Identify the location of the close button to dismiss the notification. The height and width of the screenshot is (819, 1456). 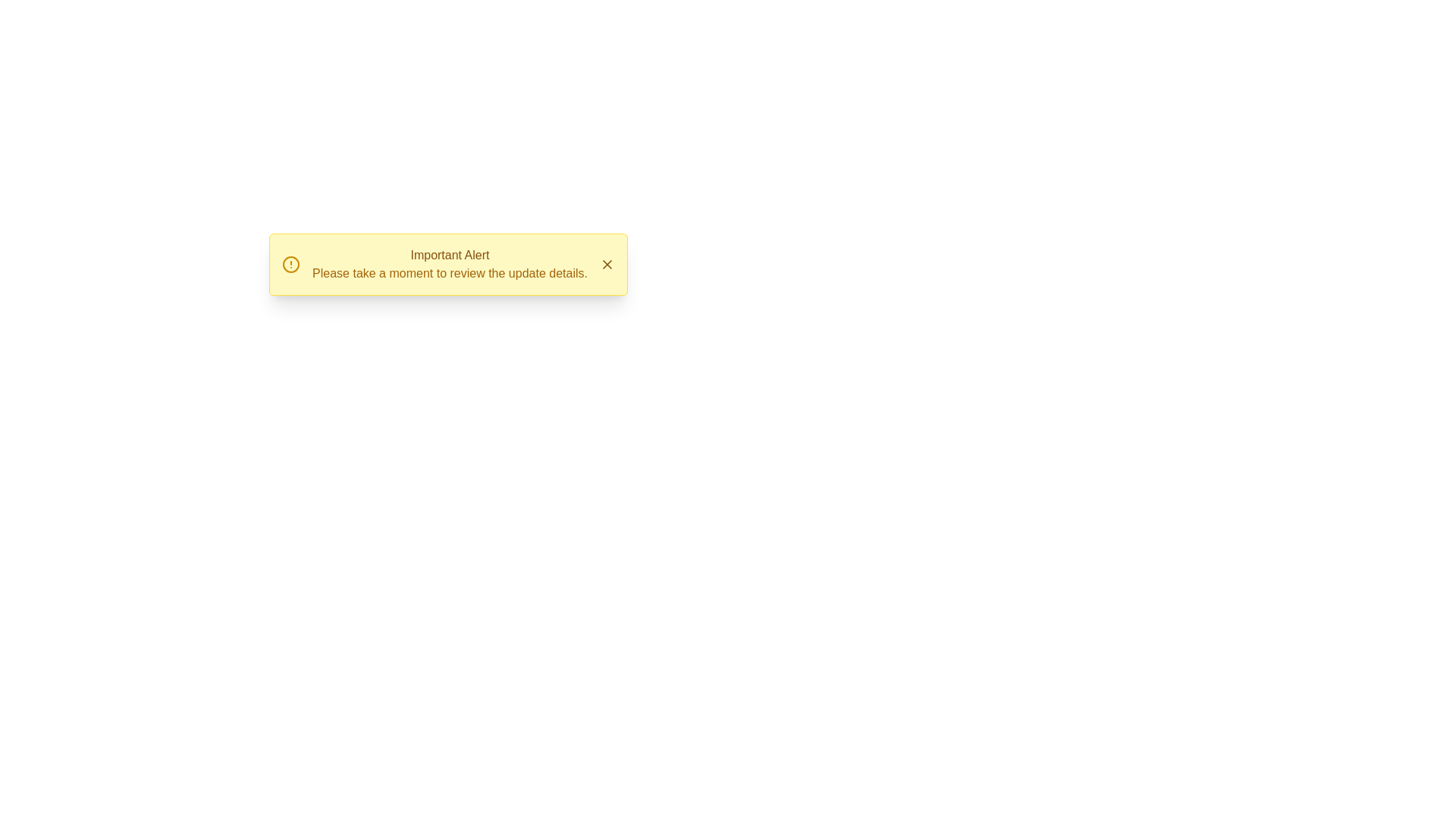
(607, 263).